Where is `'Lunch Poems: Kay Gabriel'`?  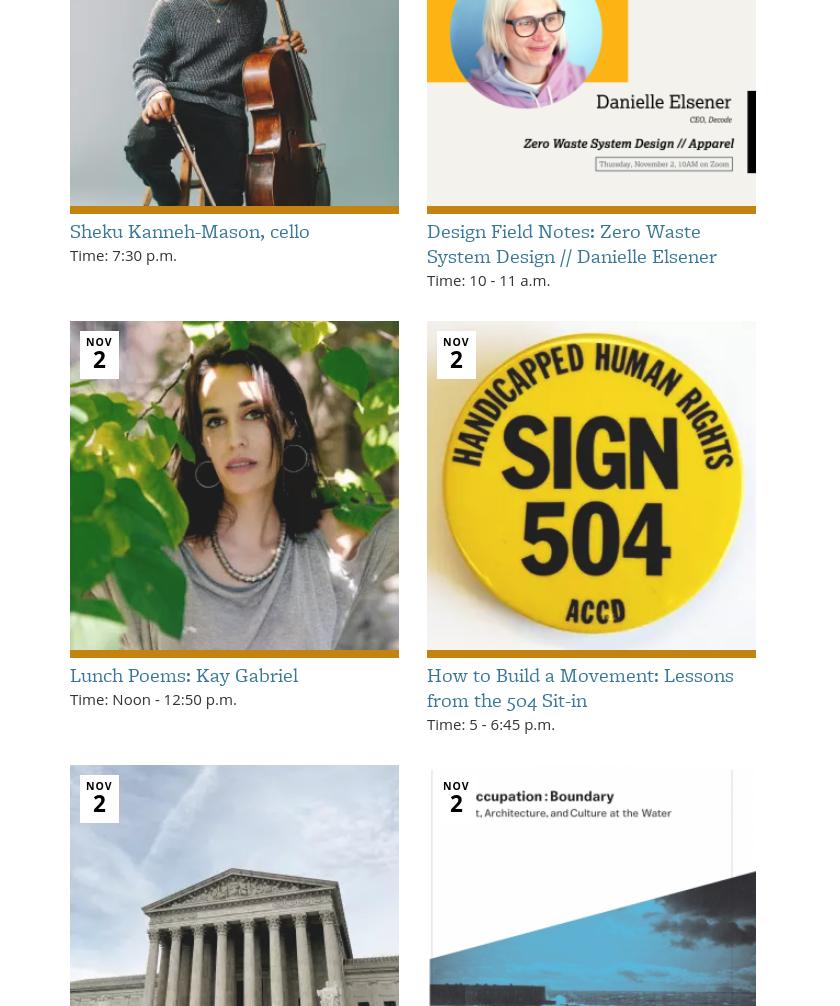 'Lunch Poems: Kay Gabriel' is located at coordinates (183, 674).